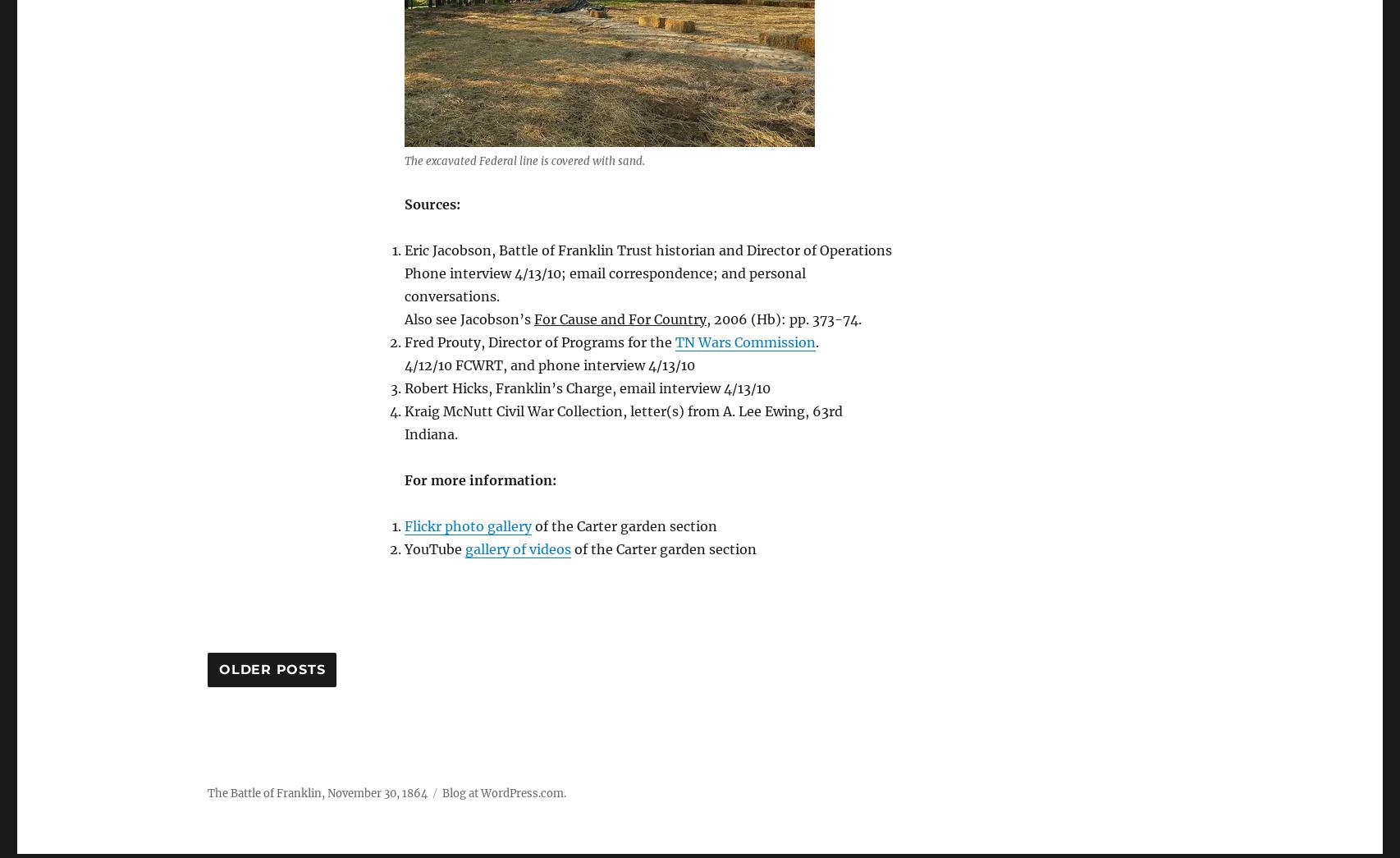 The height and width of the screenshot is (858, 1400). Describe the element at coordinates (467, 524) in the screenshot. I see `'Flickr photo gallery'` at that location.